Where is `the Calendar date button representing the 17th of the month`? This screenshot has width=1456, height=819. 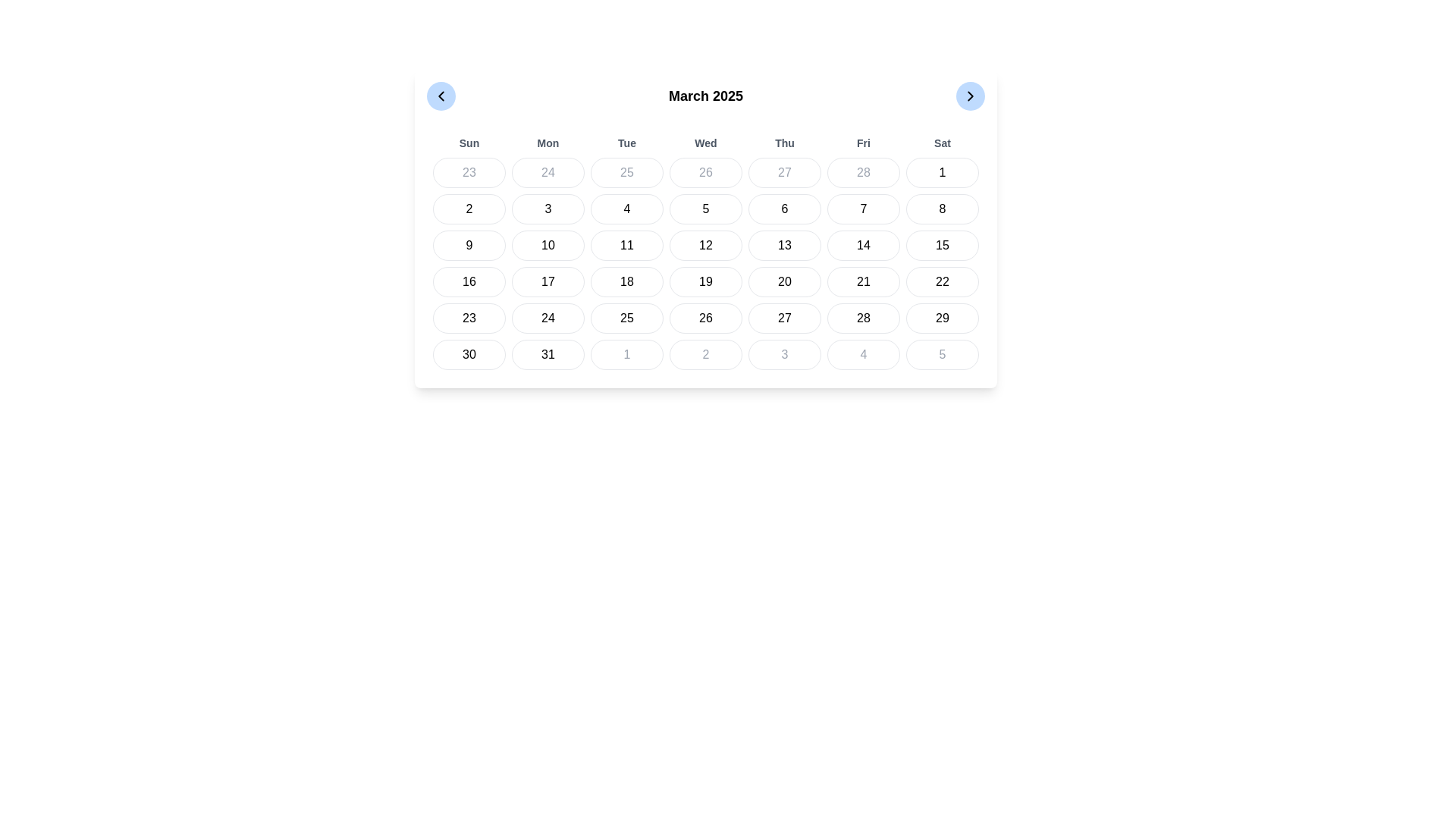
the Calendar date button representing the 17th of the month is located at coordinates (548, 281).